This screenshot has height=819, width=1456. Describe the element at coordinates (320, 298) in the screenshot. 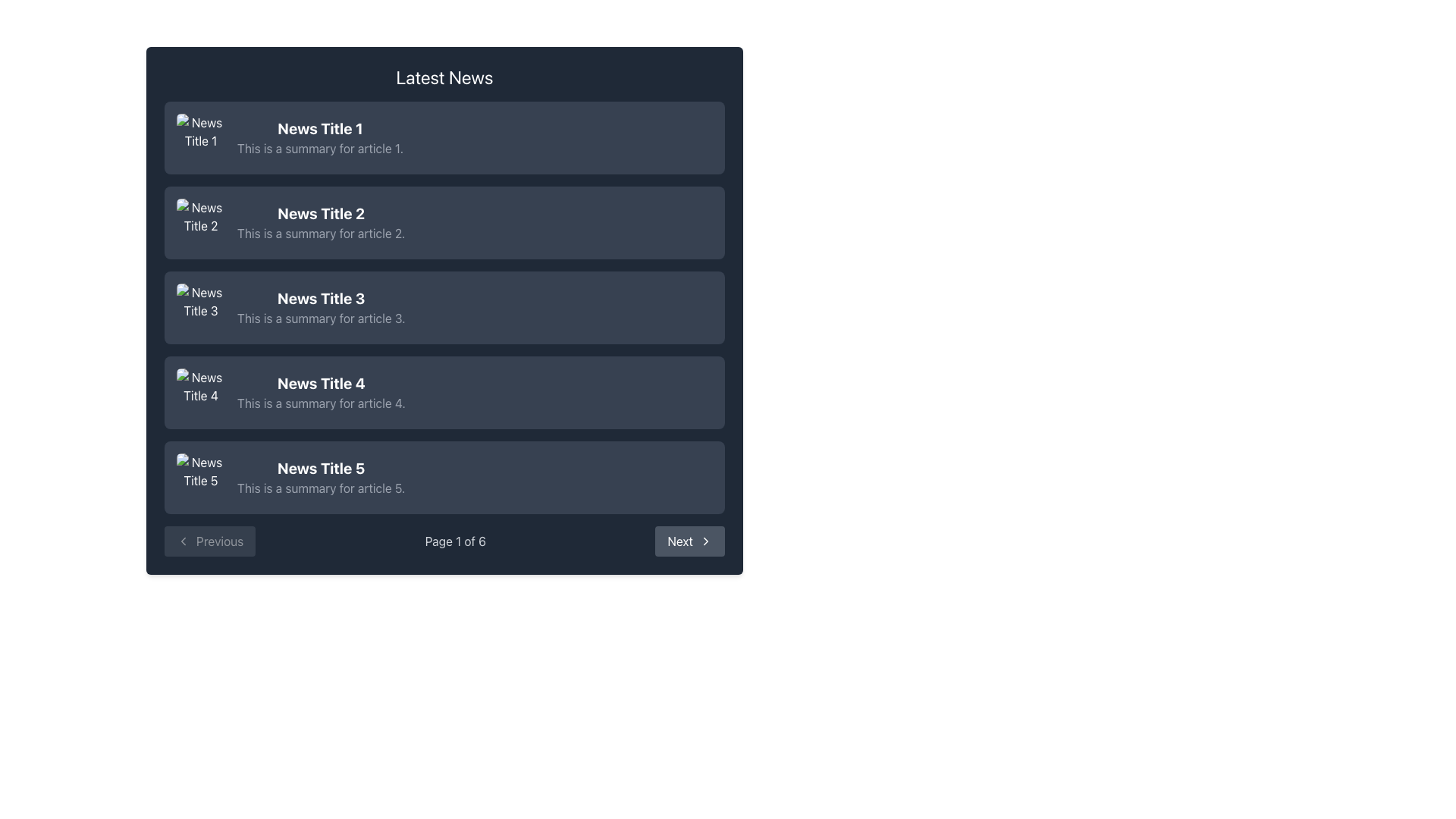

I see `the text header of the third news article, which indicates the article's content and is positioned above the summary text and below the second news title` at that location.